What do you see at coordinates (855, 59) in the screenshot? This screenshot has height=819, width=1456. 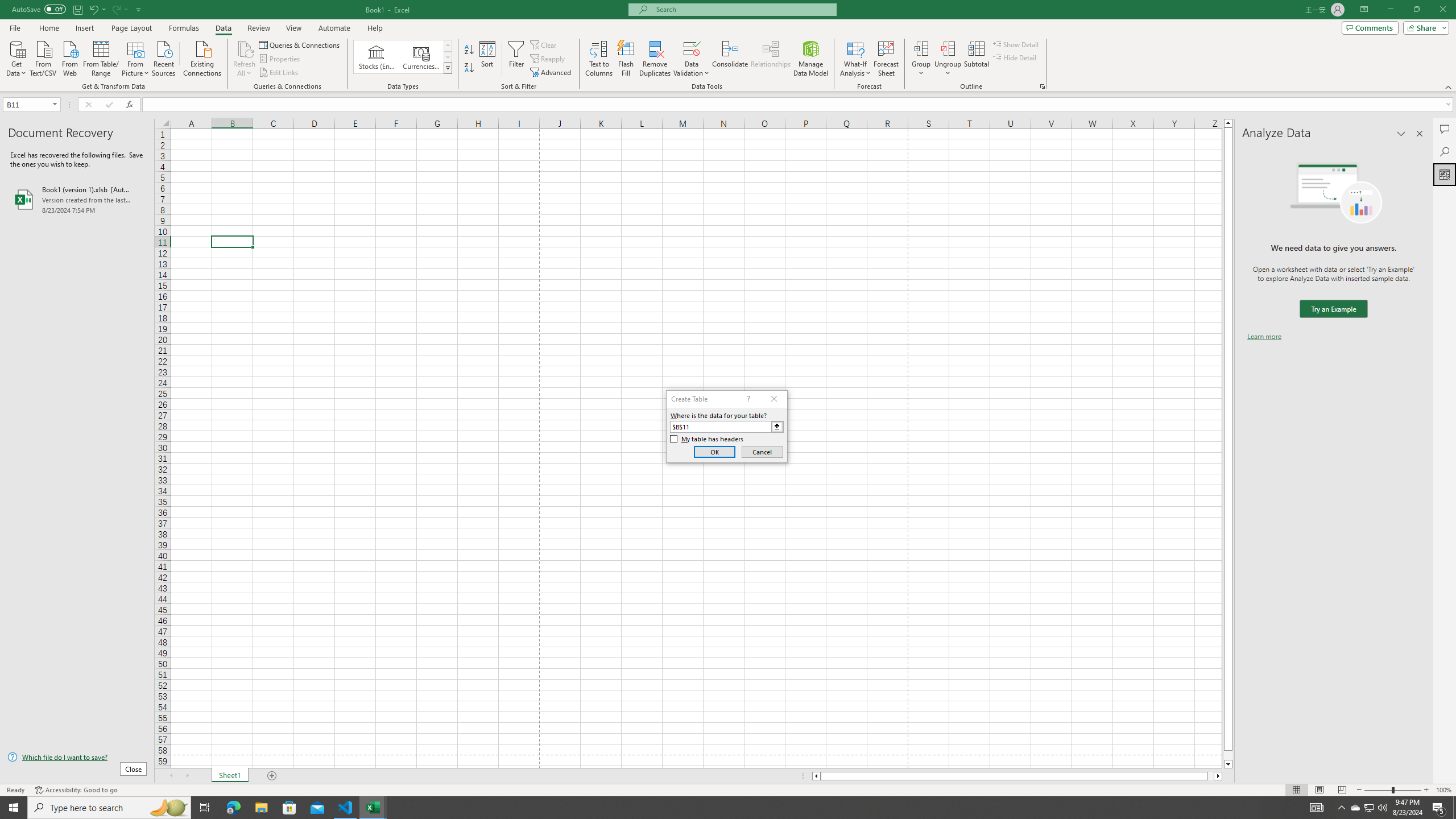 I see `'What-If Analysis'` at bounding box center [855, 59].